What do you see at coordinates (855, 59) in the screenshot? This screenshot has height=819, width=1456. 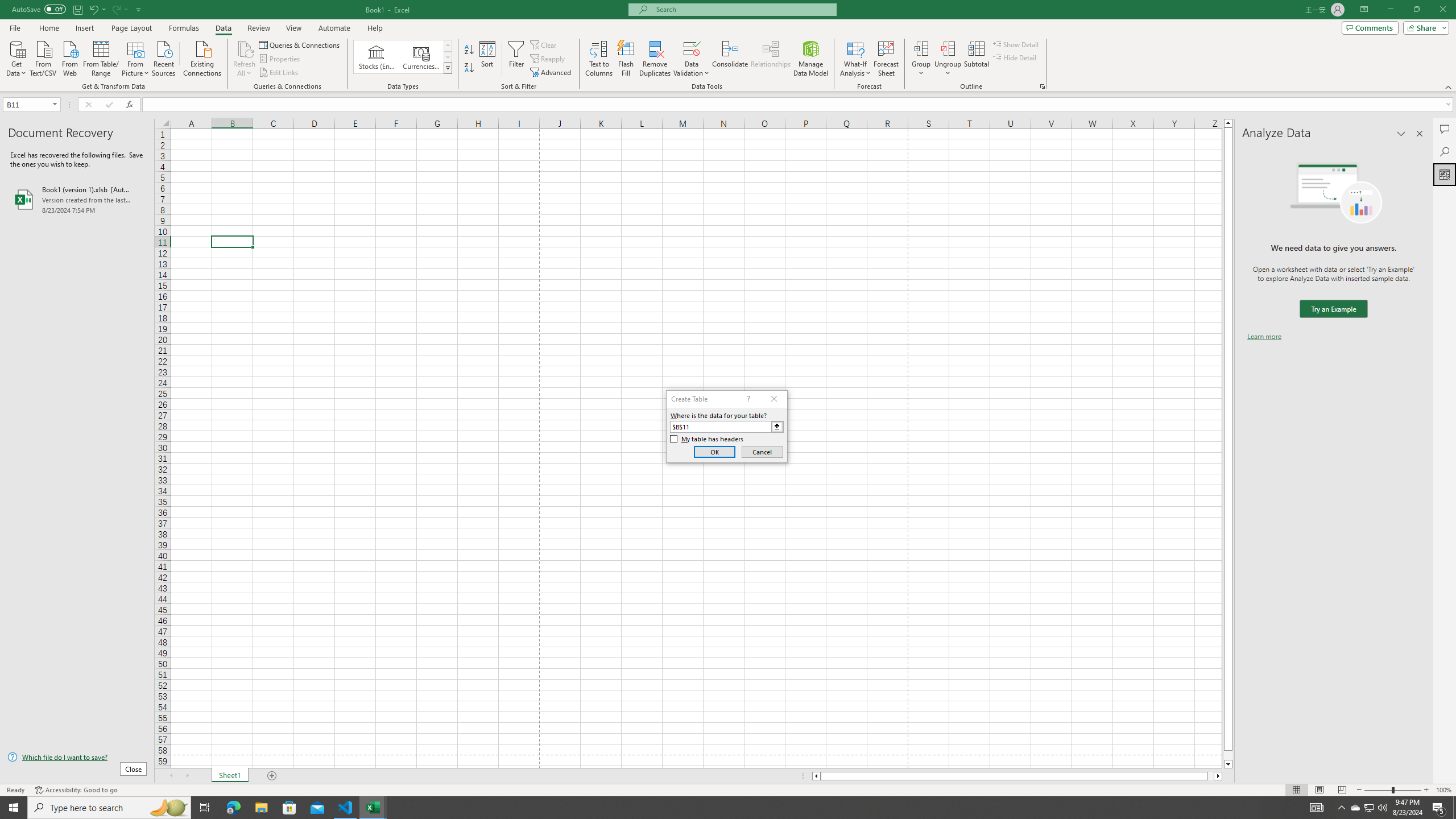 I see `'What-If Analysis'` at bounding box center [855, 59].